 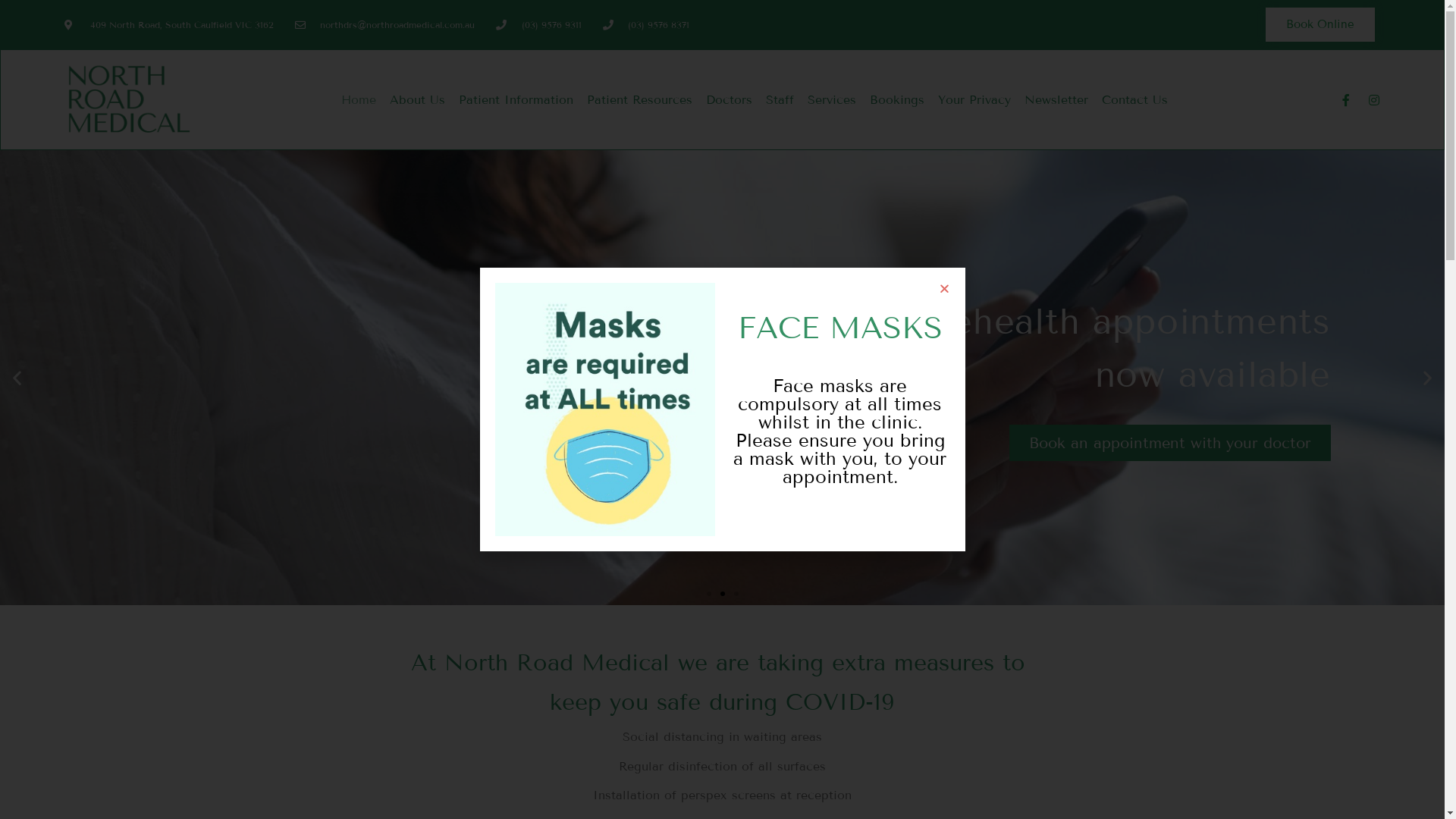 What do you see at coordinates (382, 99) in the screenshot?
I see `'About Us'` at bounding box center [382, 99].